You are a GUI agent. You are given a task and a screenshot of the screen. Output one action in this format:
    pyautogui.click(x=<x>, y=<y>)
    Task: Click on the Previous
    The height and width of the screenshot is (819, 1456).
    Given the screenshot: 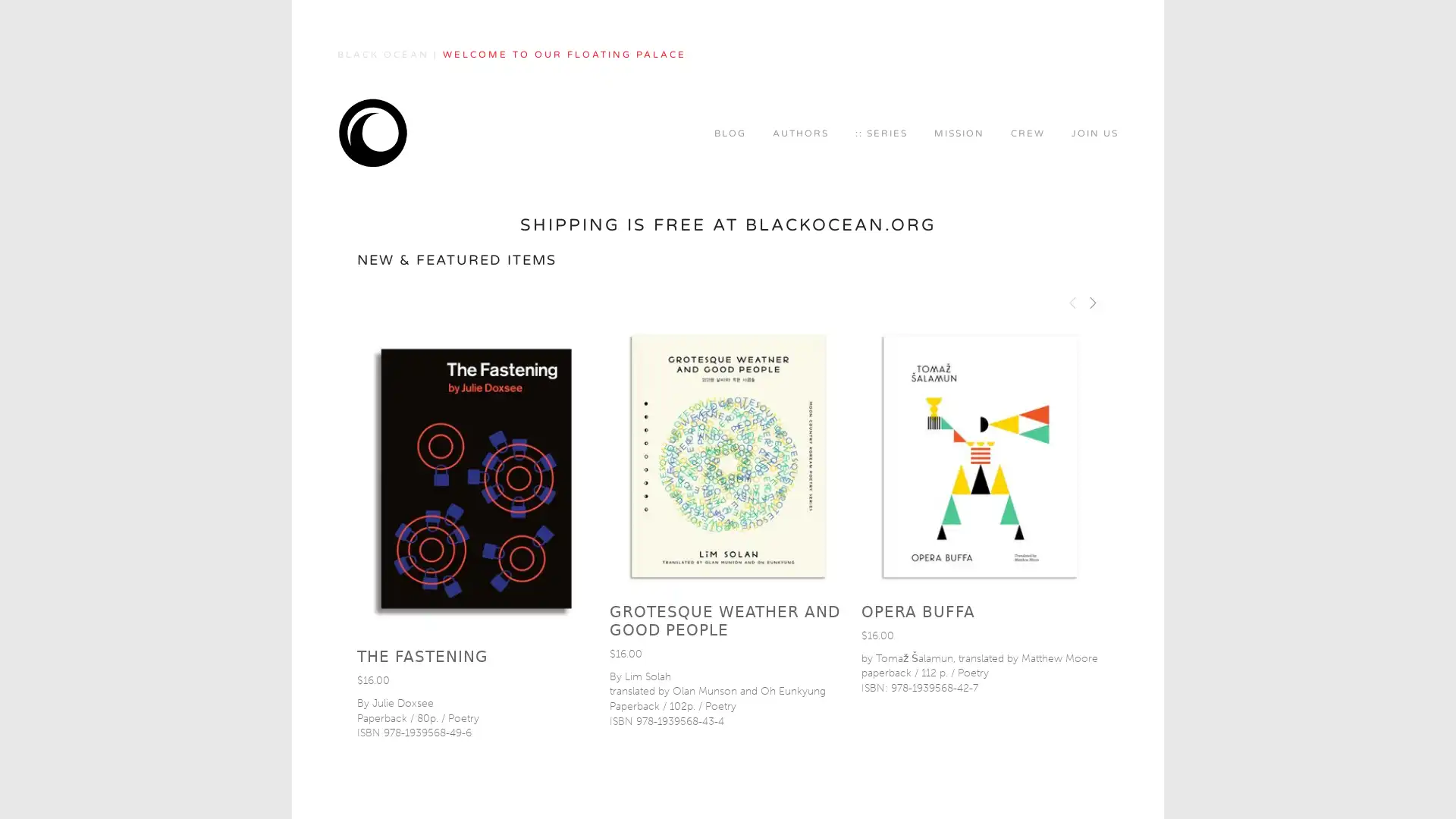 What is the action you would take?
    pyautogui.click(x=1072, y=301)
    